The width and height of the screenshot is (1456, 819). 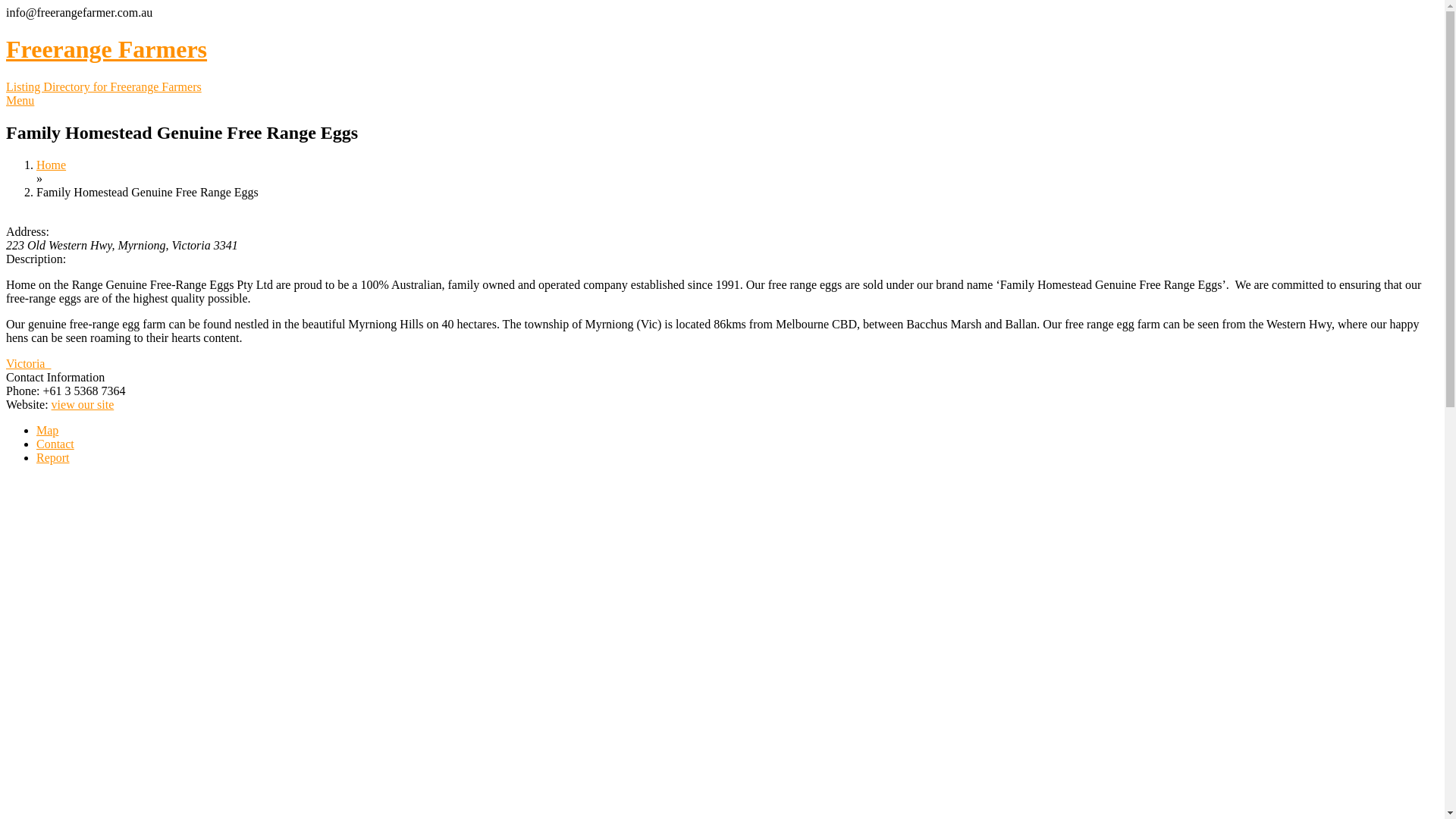 What do you see at coordinates (20, 100) in the screenshot?
I see `'Menu'` at bounding box center [20, 100].